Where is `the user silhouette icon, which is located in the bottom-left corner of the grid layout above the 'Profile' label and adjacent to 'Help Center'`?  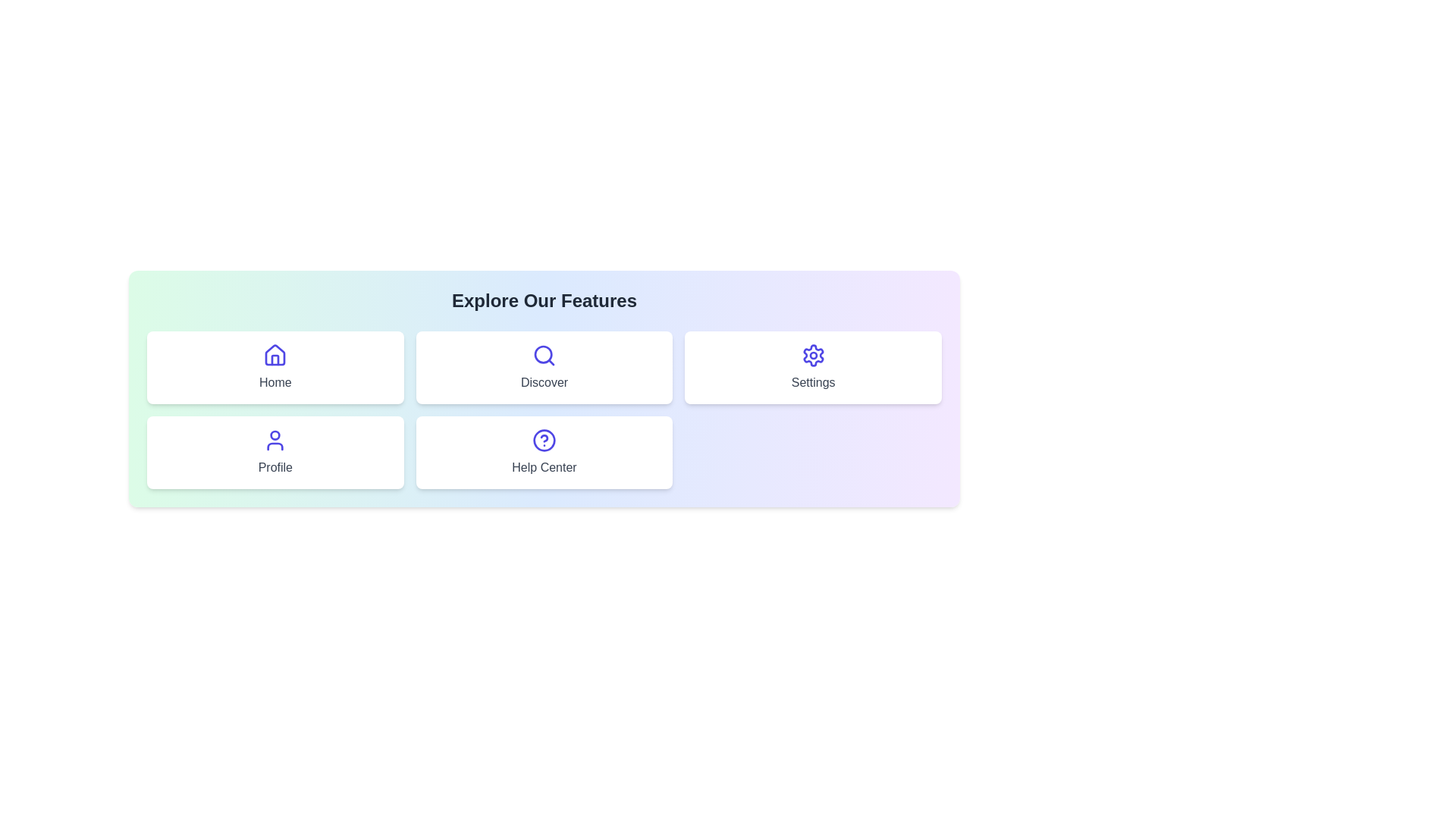 the user silhouette icon, which is located in the bottom-left corner of the grid layout above the 'Profile' label and adjacent to 'Help Center' is located at coordinates (275, 441).